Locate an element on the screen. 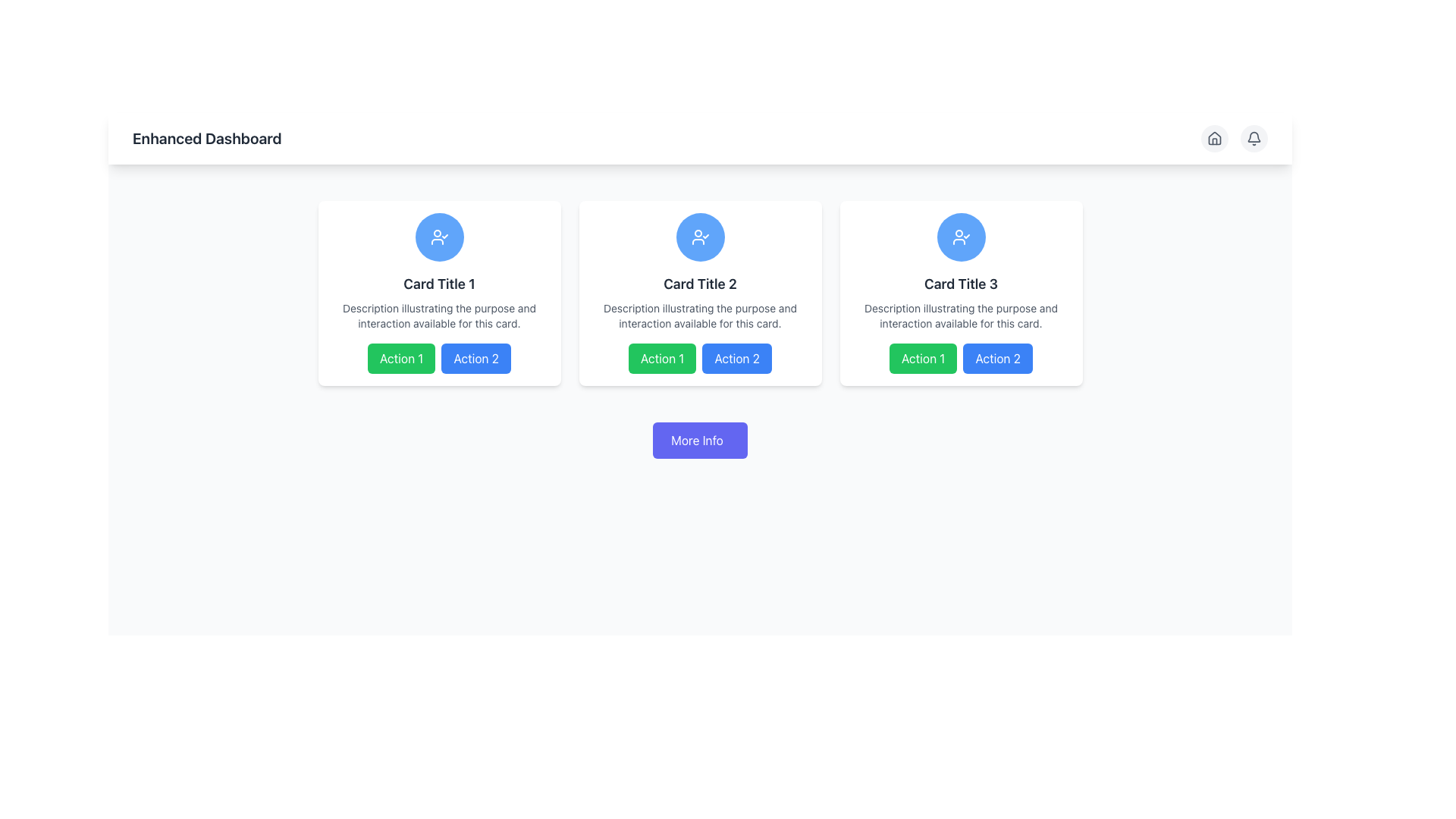 This screenshot has width=1456, height=819. the blue button labeled 'Action 2' located in 'Card Title 3' section is located at coordinates (997, 359).